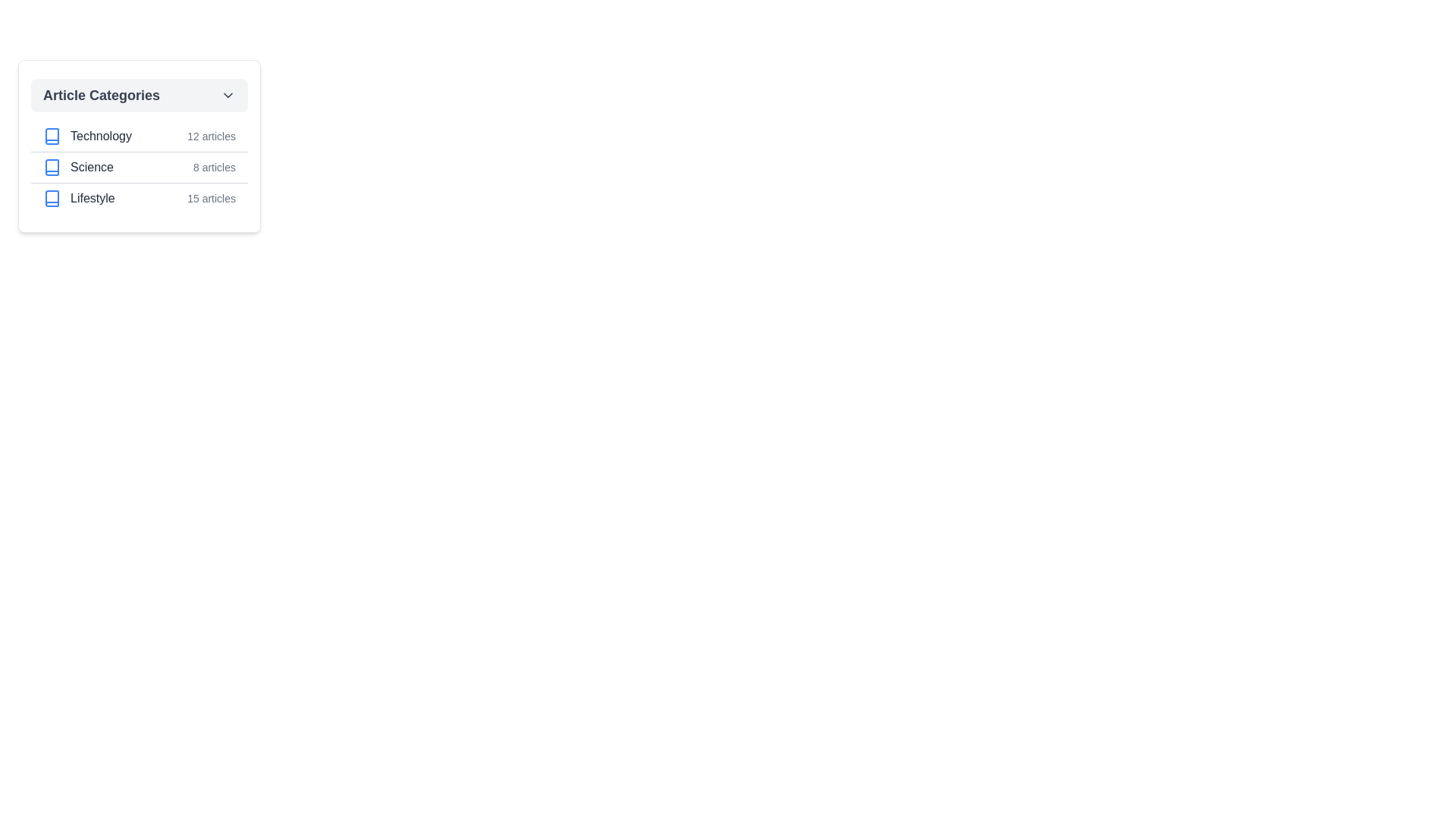 Image resolution: width=1456 pixels, height=819 pixels. I want to click on the blue book icon located to the left of the text 'Science' in the second row of the category list, so click(52, 167).